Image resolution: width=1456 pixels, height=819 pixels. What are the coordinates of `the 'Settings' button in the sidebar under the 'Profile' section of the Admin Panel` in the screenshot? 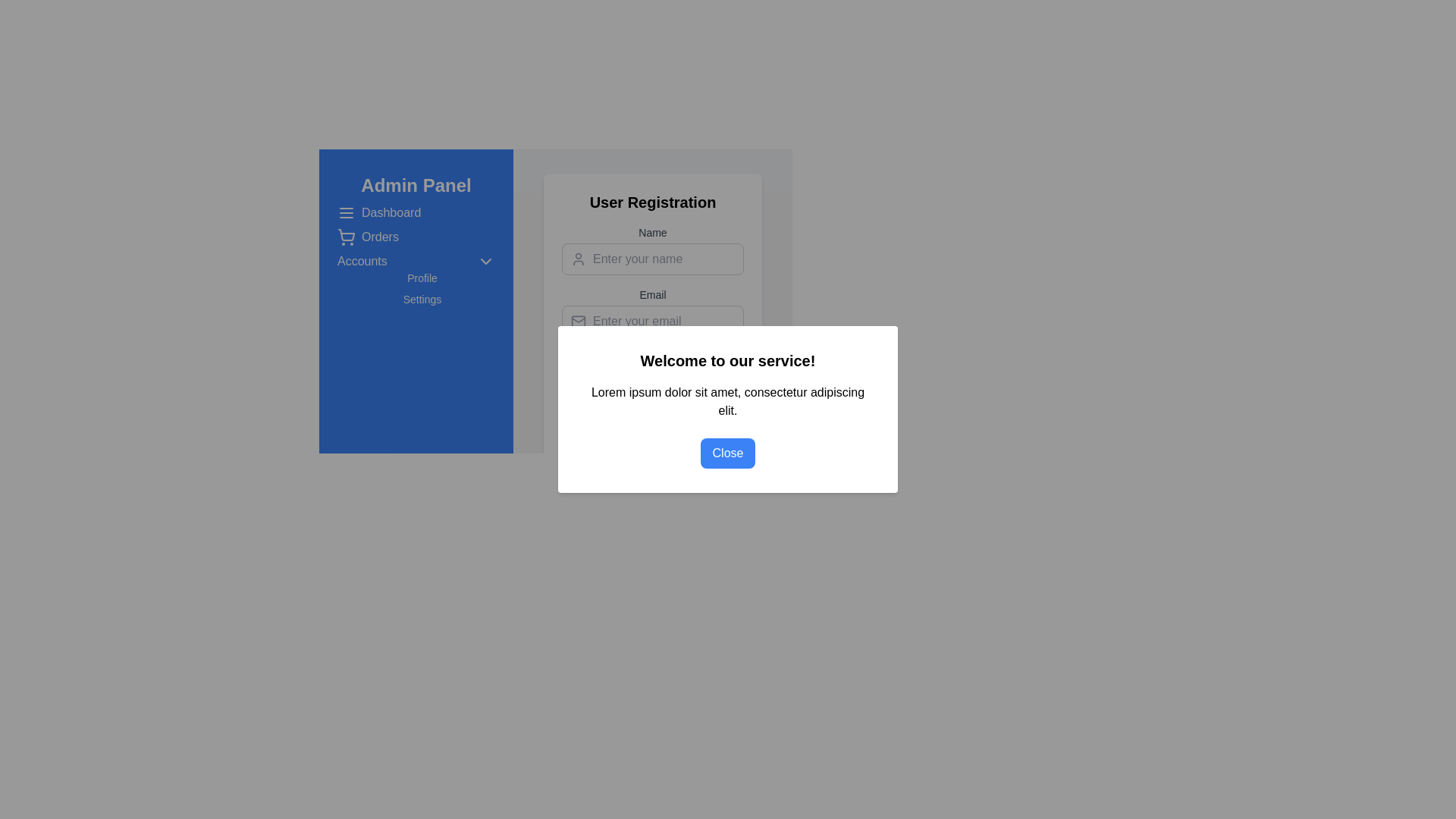 It's located at (422, 299).